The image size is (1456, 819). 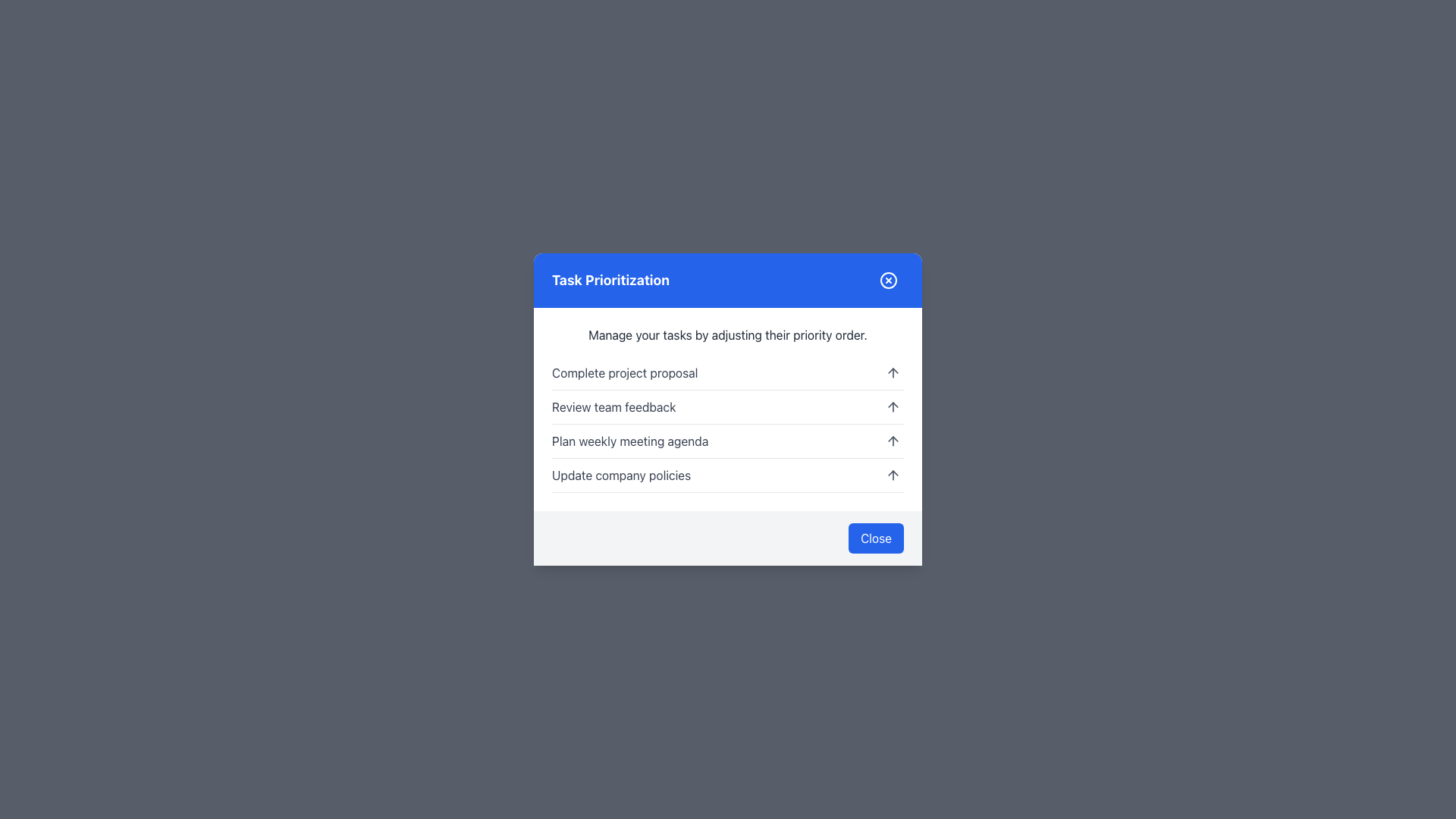 I want to click on the close button located in the footer panel of the modal dialog, positioned at the right side, so click(x=876, y=537).